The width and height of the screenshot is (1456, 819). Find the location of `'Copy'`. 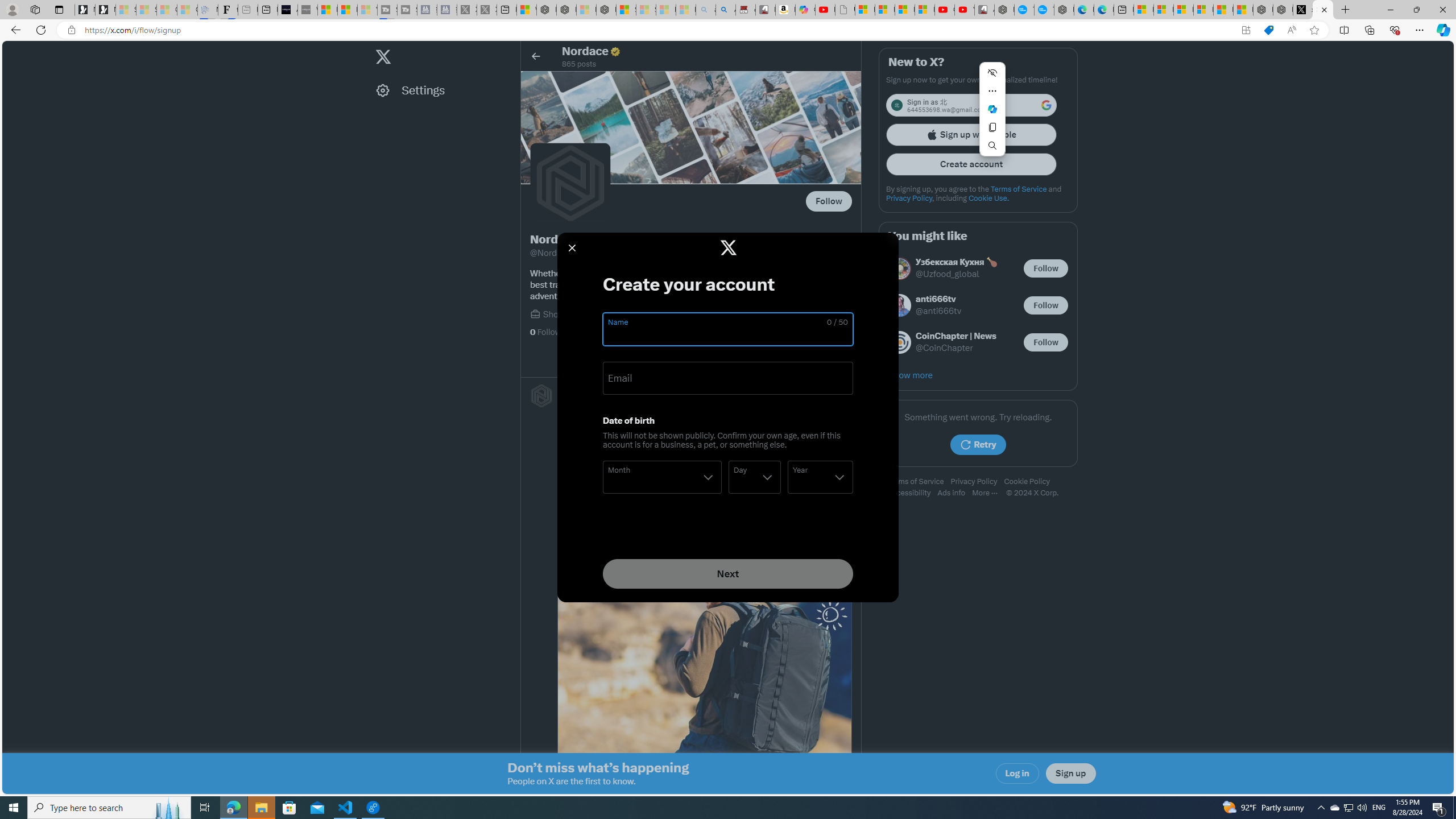

'Copy' is located at coordinates (992, 126).